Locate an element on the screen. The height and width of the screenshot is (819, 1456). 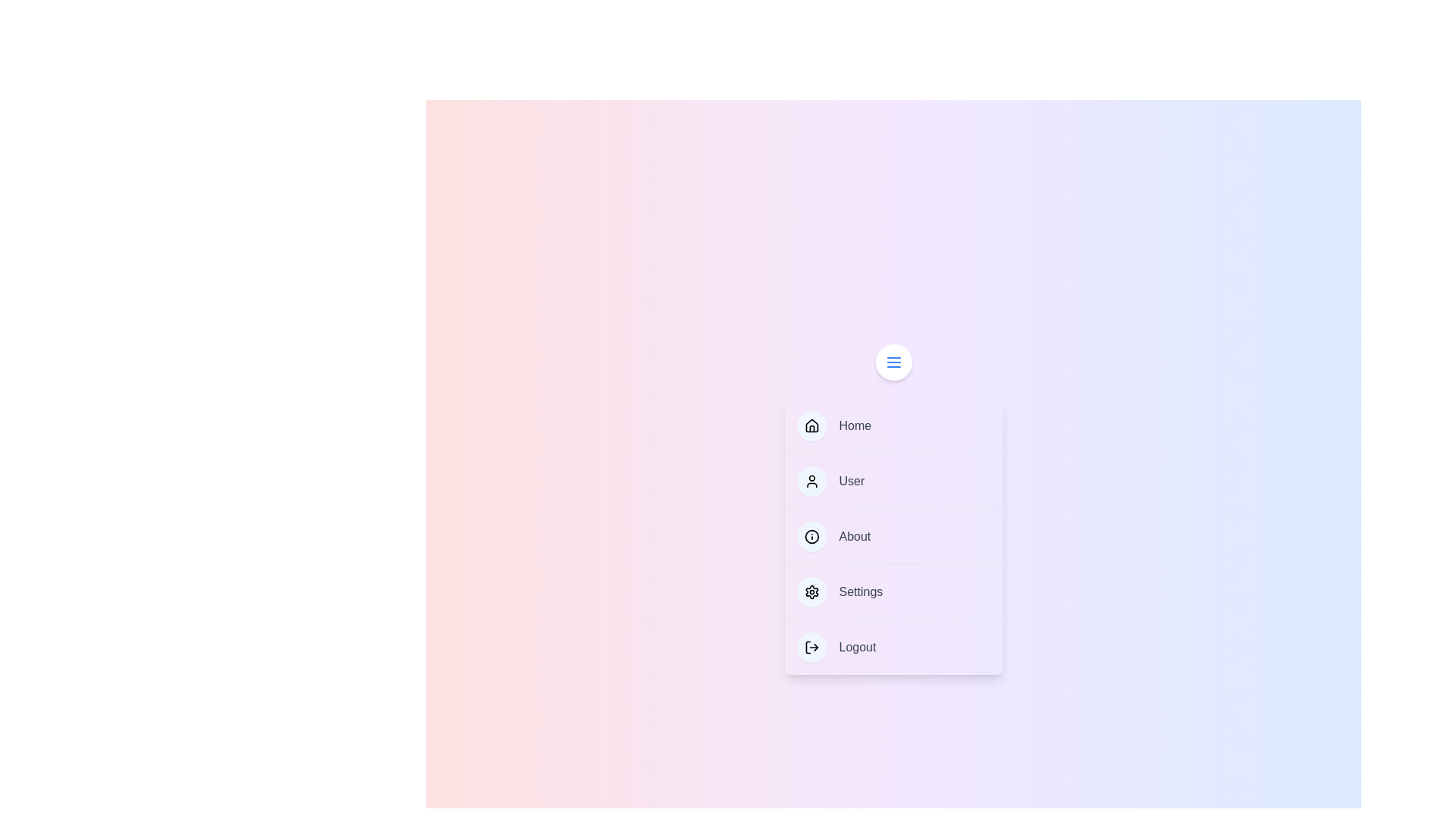
the menu item labeled About is located at coordinates (893, 535).